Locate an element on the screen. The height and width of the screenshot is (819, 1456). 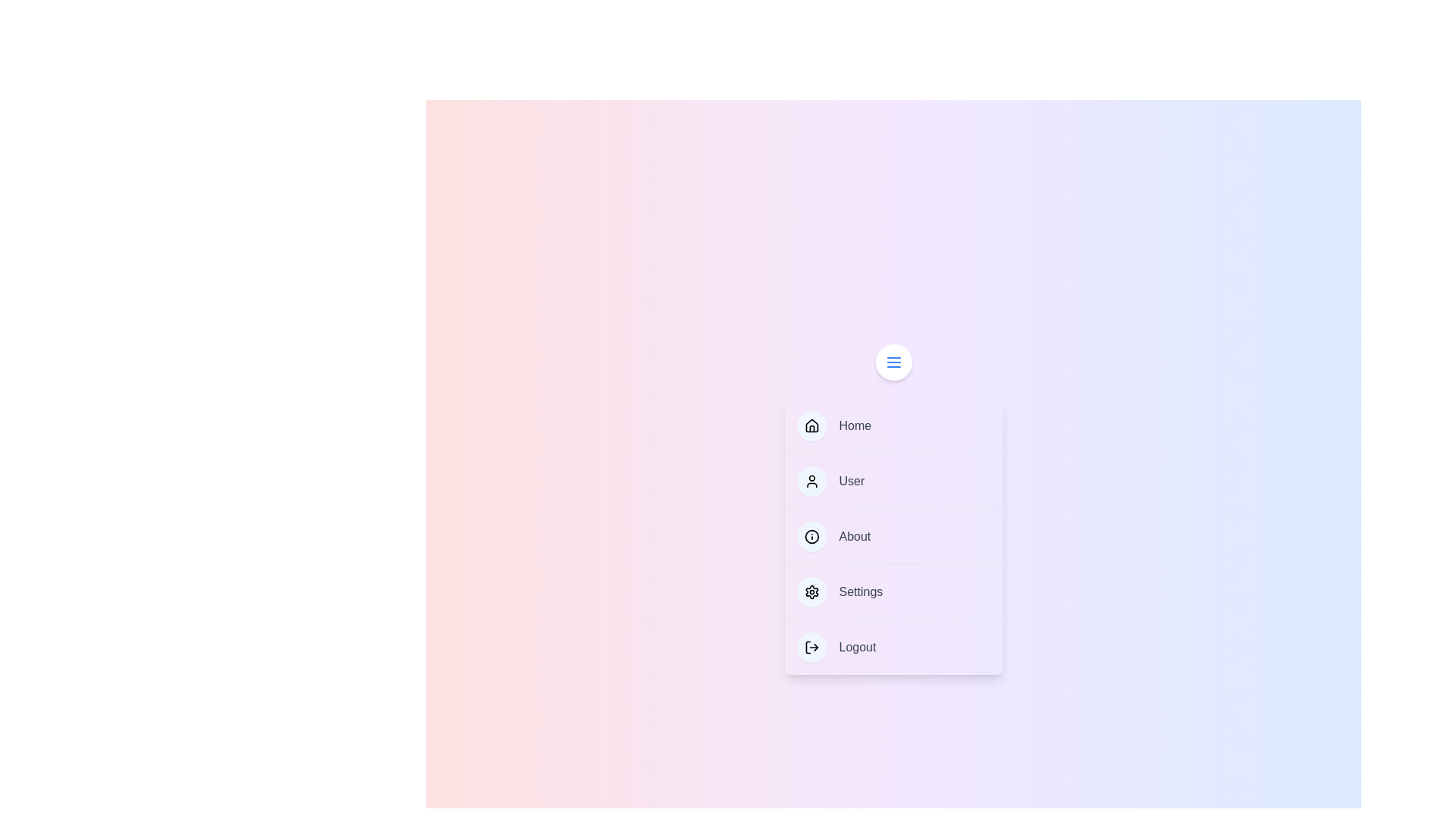
the menu item labeled About is located at coordinates (893, 535).